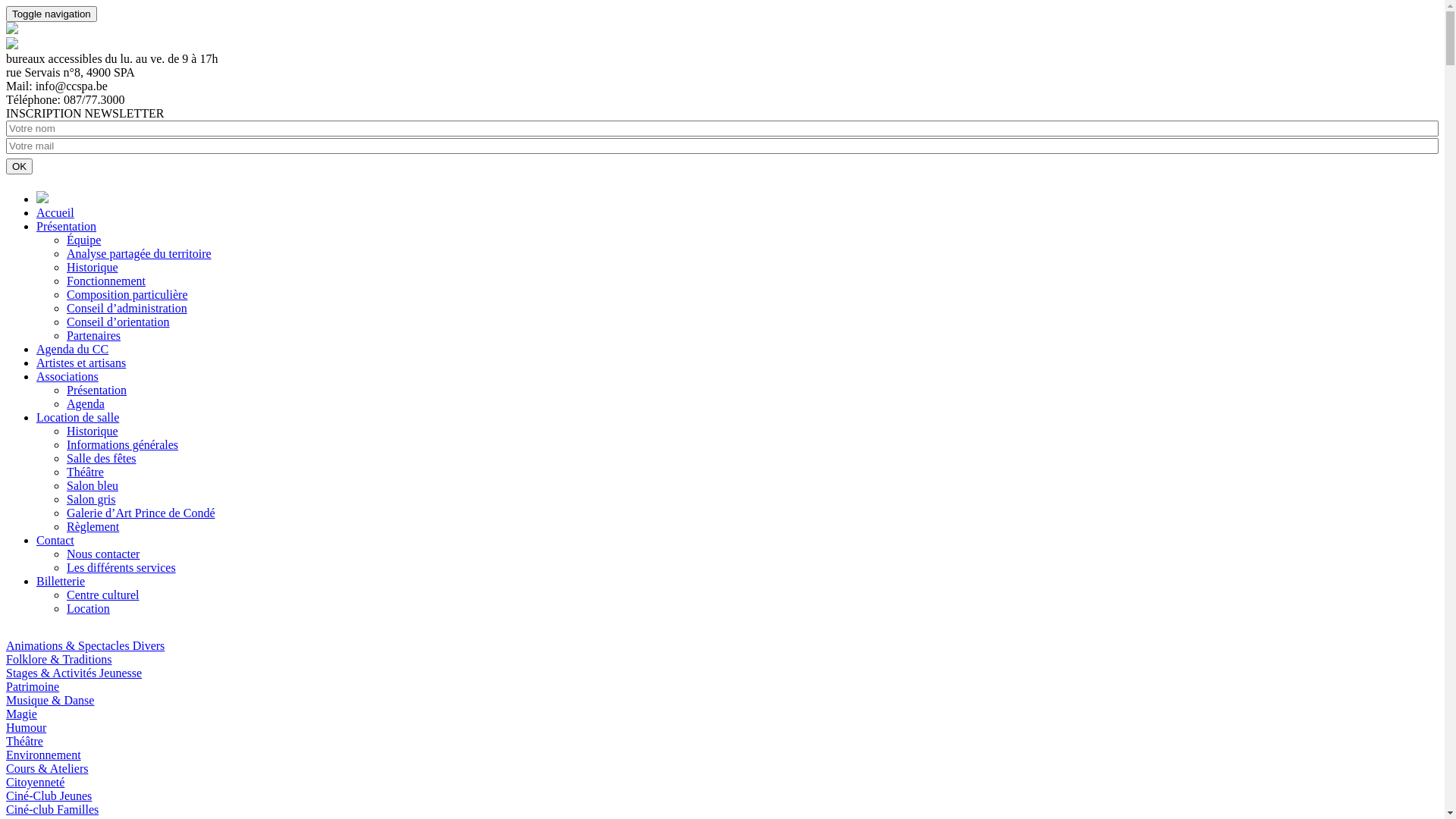 This screenshot has width=1456, height=819. Describe the element at coordinates (77, 417) in the screenshot. I see `'Location de salle'` at that location.